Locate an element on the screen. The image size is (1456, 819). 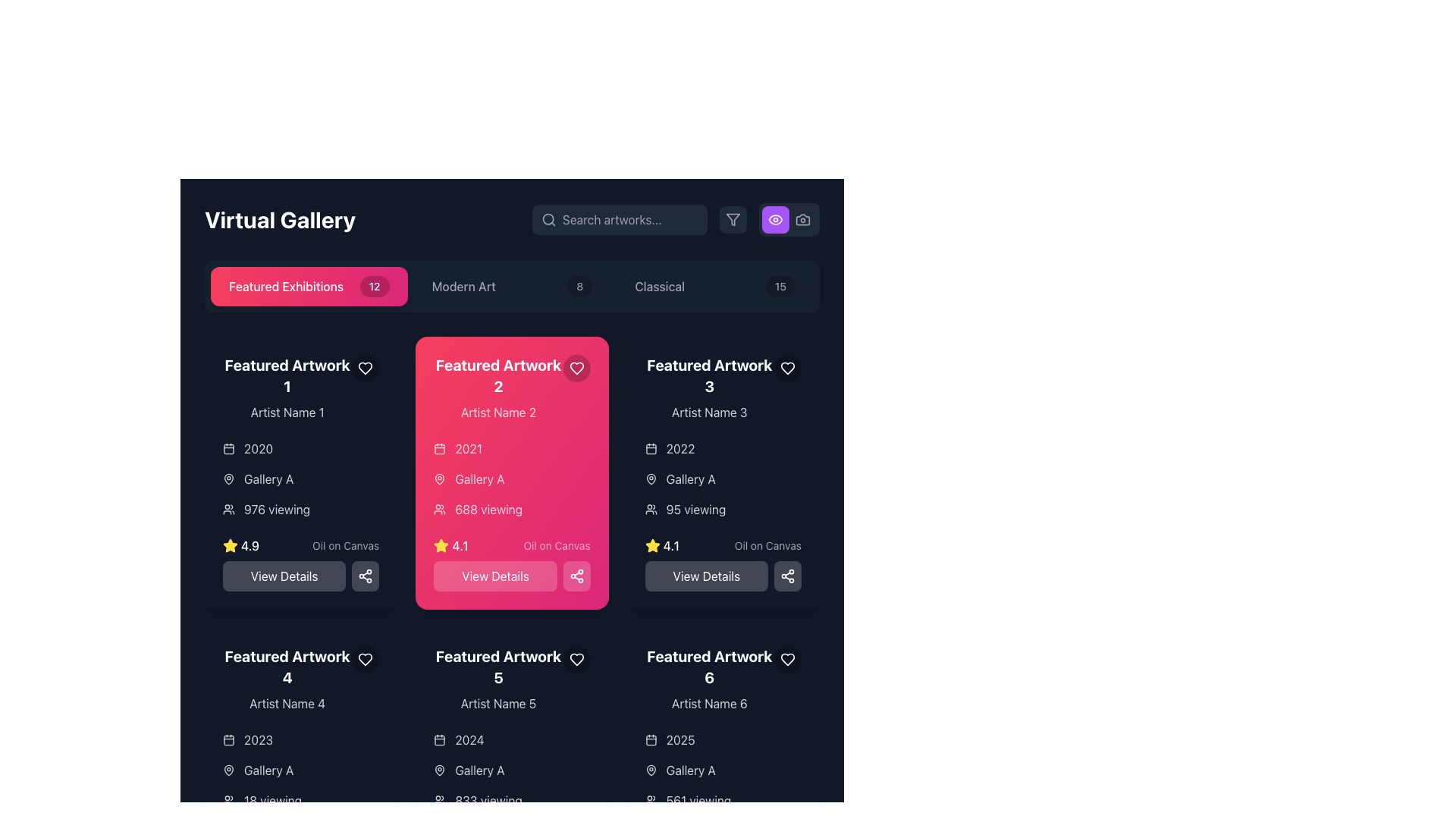
the calendar icon that represents a date or time-related feature, located to the immediate left of the text '2022' in the upper-right section of the third card is located at coordinates (651, 447).